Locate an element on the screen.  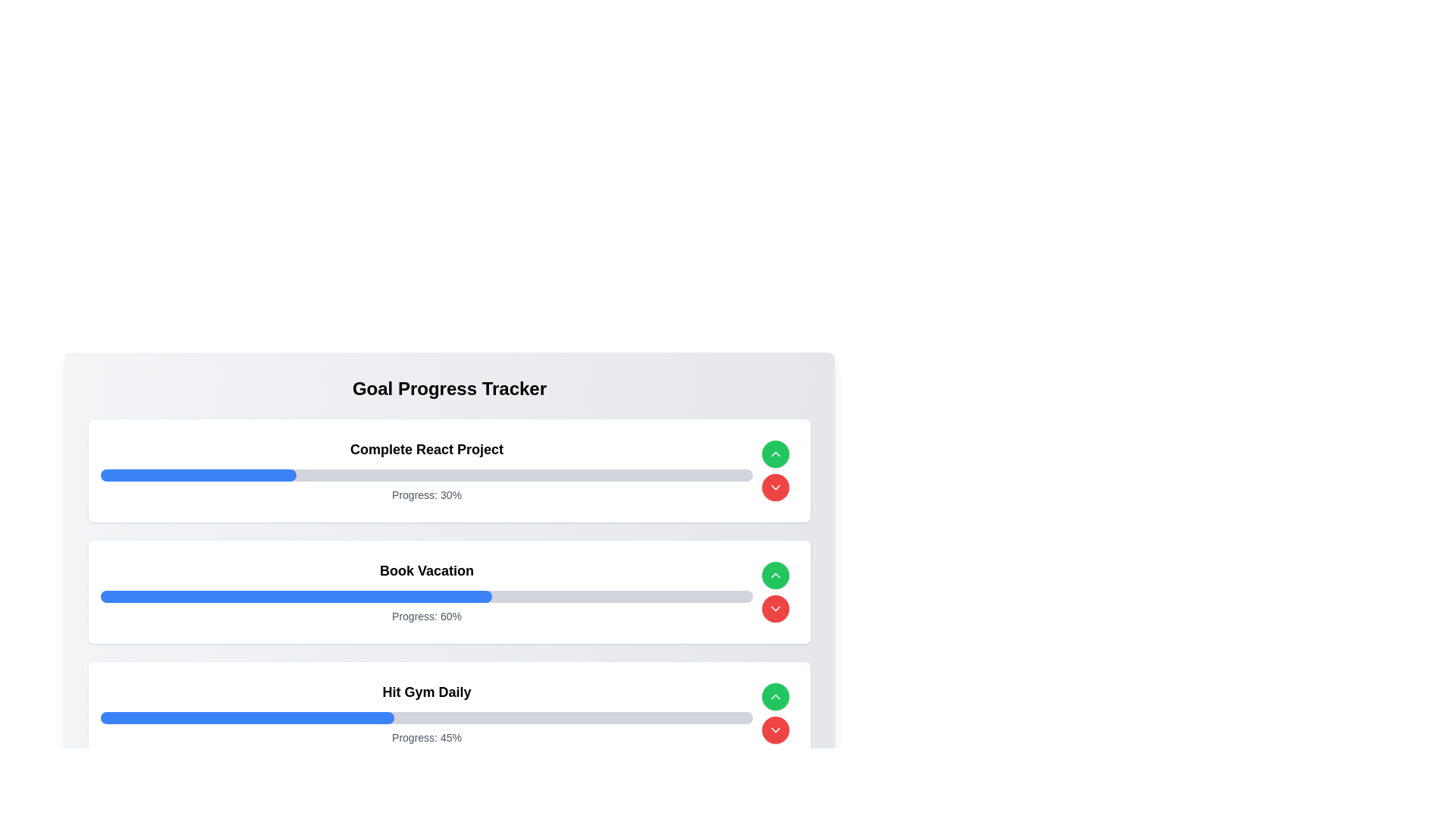
the text label displaying 'Progress: 45%' which is positioned below the progress bar for the task 'Hit Gym Daily' is located at coordinates (425, 736).